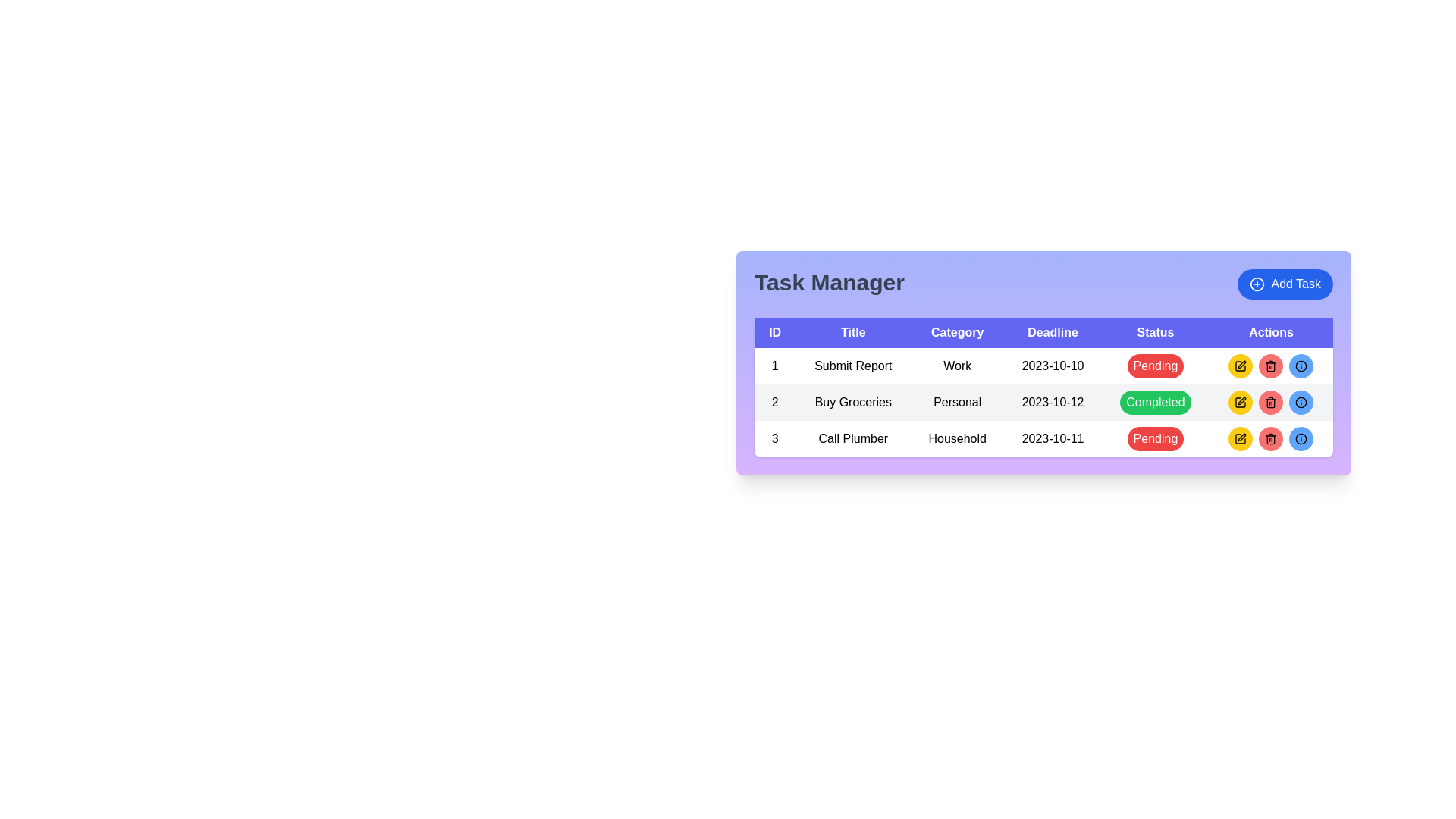  What do you see at coordinates (1241, 438) in the screenshot?
I see `the edit action button in the 'Actions' column of the third row for the task titled 'Call Plumber' to initiate editing` at bounding box center [1241, 438].